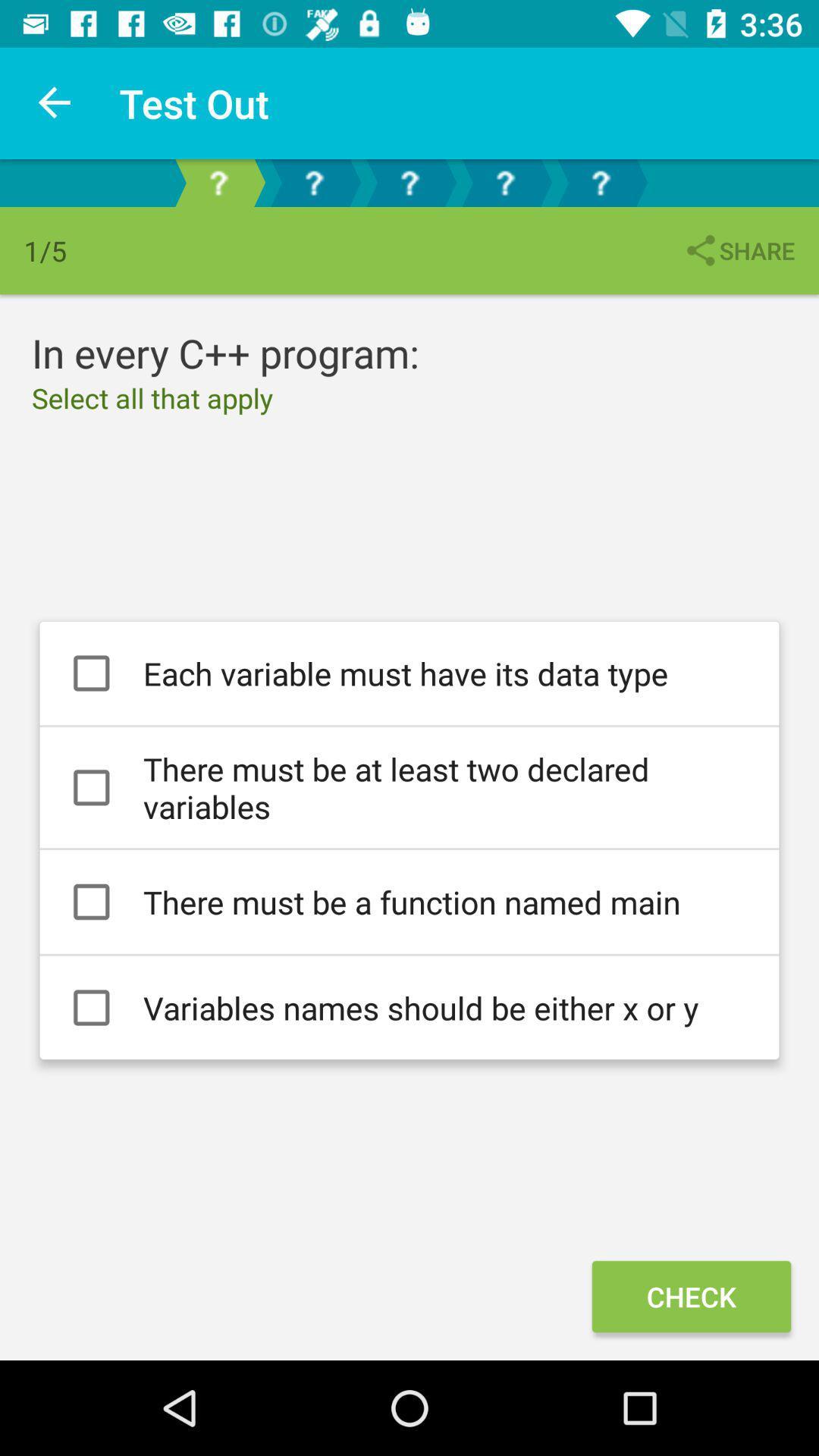 The height and width of the screenshot is (1456, 819). Describe the element at coordinates (599, 182) in the screenshot. I see `the help icon` at that location.